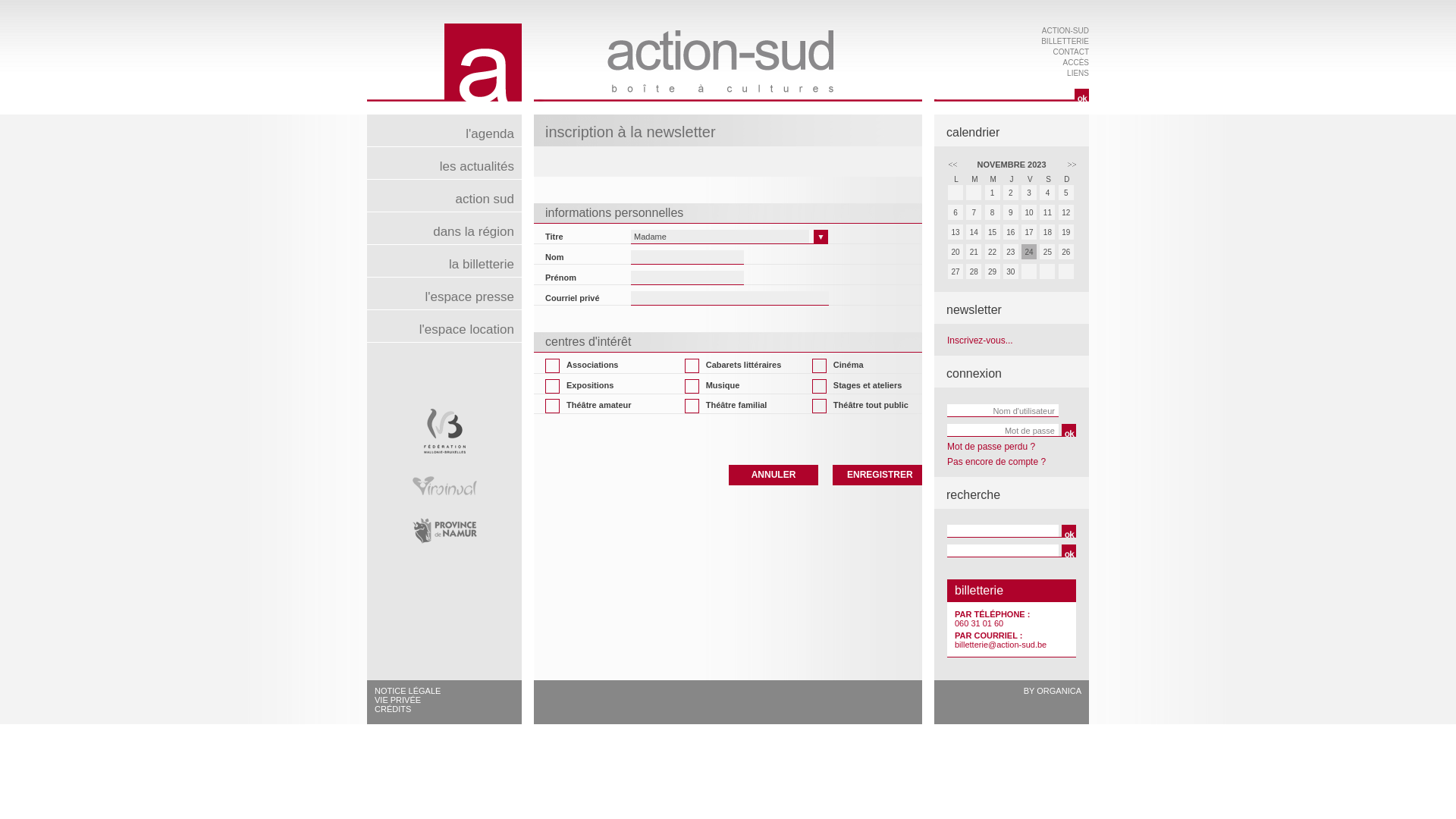  Describe the element at coordinates (1065, 231) in the screenshot. I see `'19'` at that location.